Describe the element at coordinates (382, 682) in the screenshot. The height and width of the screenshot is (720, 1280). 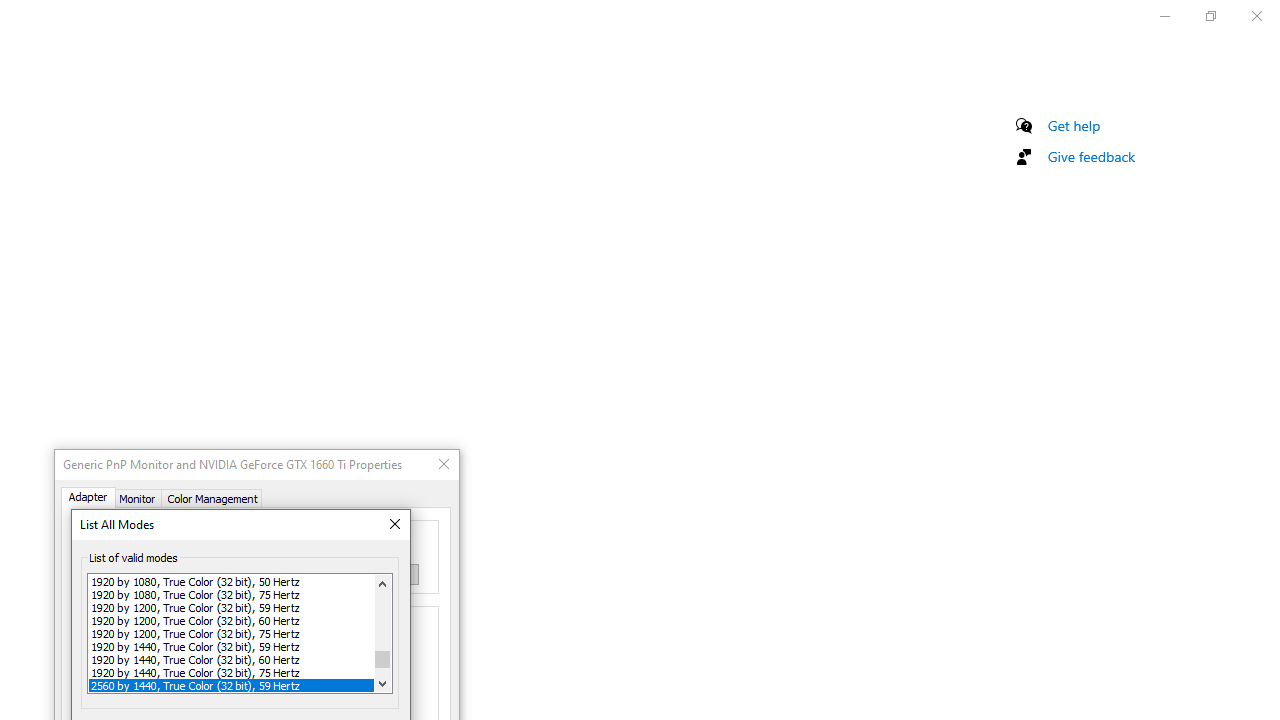
I see `'Line down'` at that location.